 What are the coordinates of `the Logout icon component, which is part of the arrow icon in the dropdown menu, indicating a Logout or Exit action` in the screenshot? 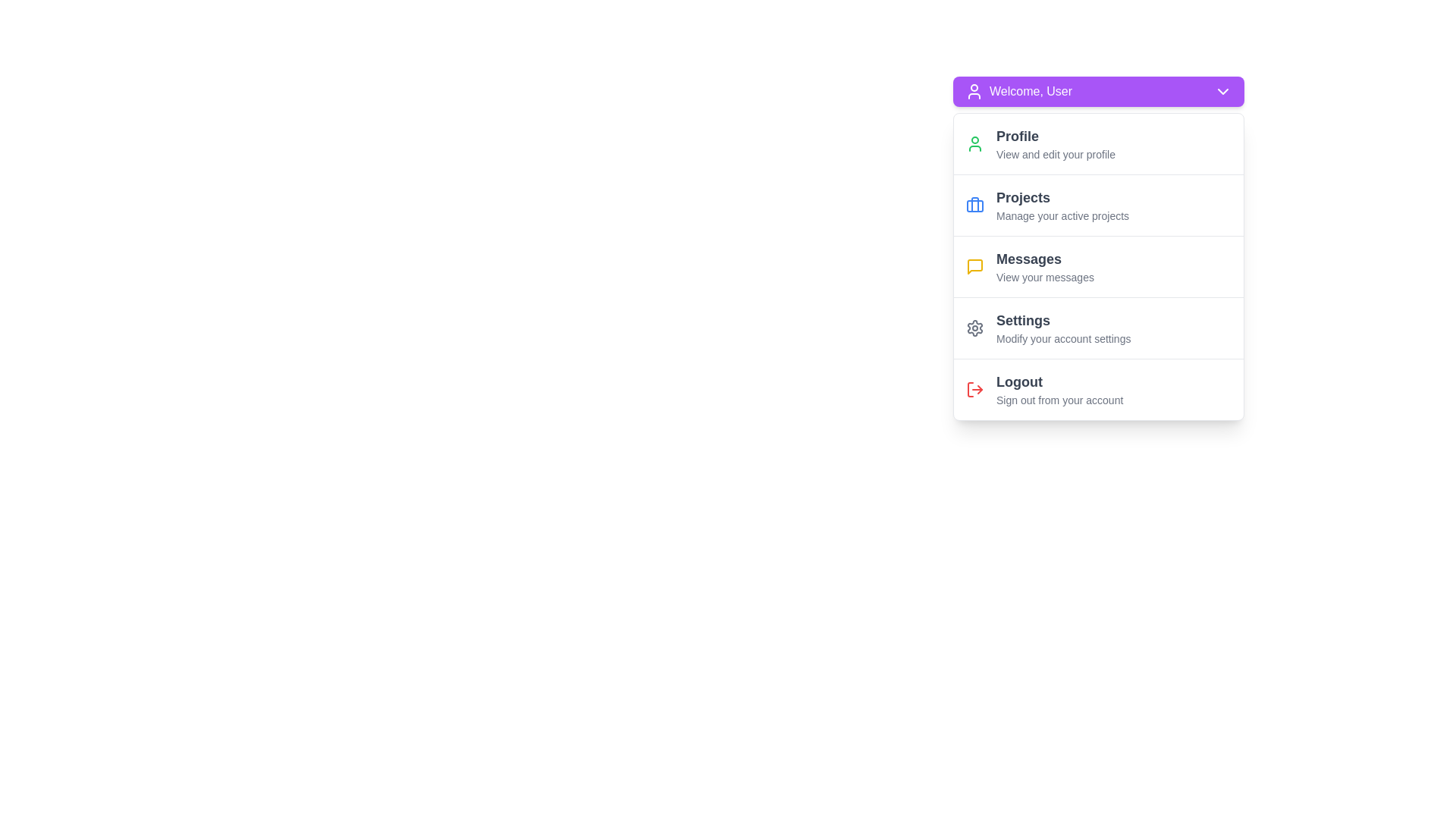 It's located at (980, 388).